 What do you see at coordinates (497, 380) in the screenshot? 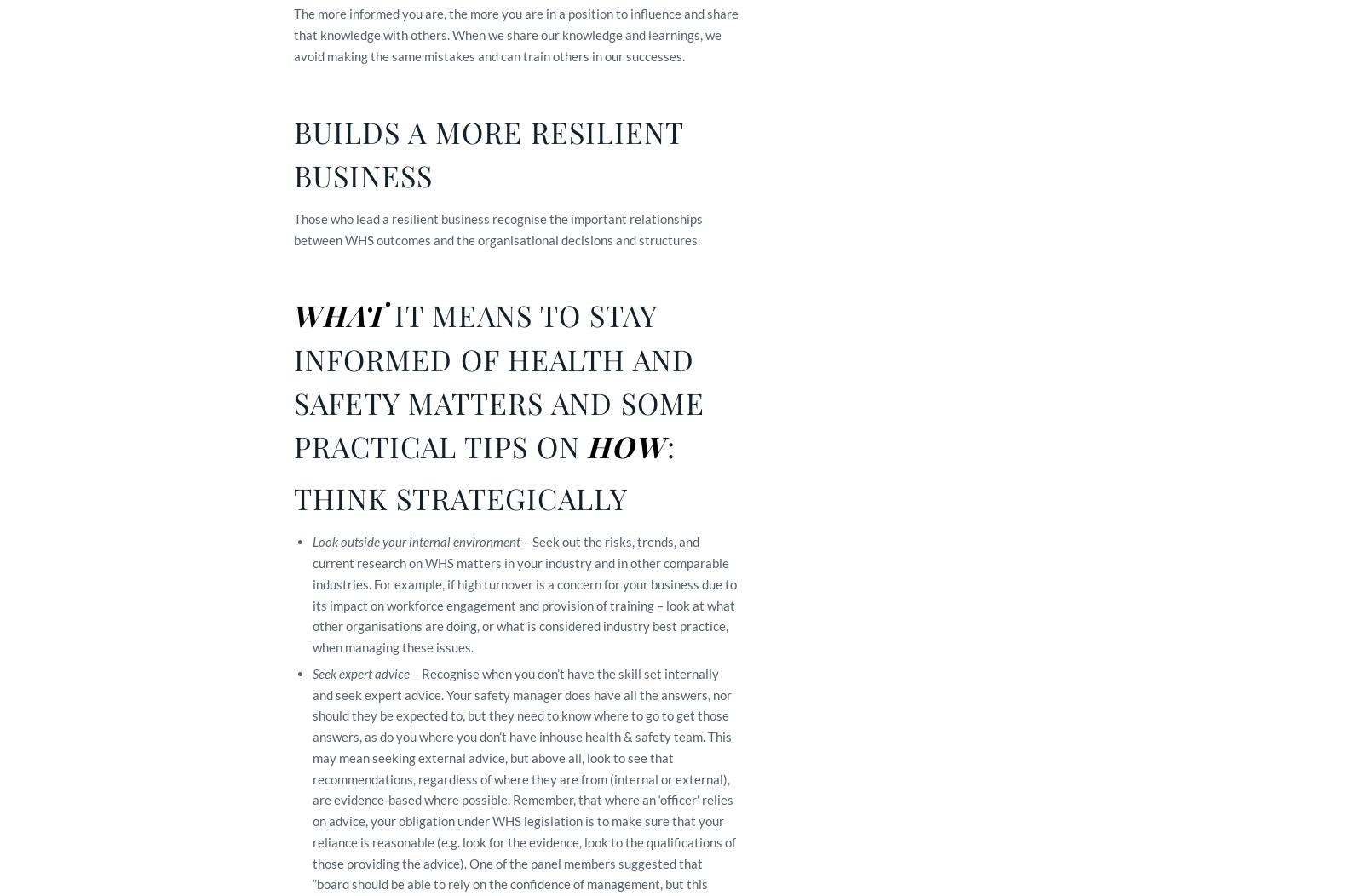
I see `'IT MEANS TO STAY INFORMED OF HEALTH AND SAFETY MATTERS AND SOME PRACTICAL TIPS ON'` at bounding box center [497, 380].